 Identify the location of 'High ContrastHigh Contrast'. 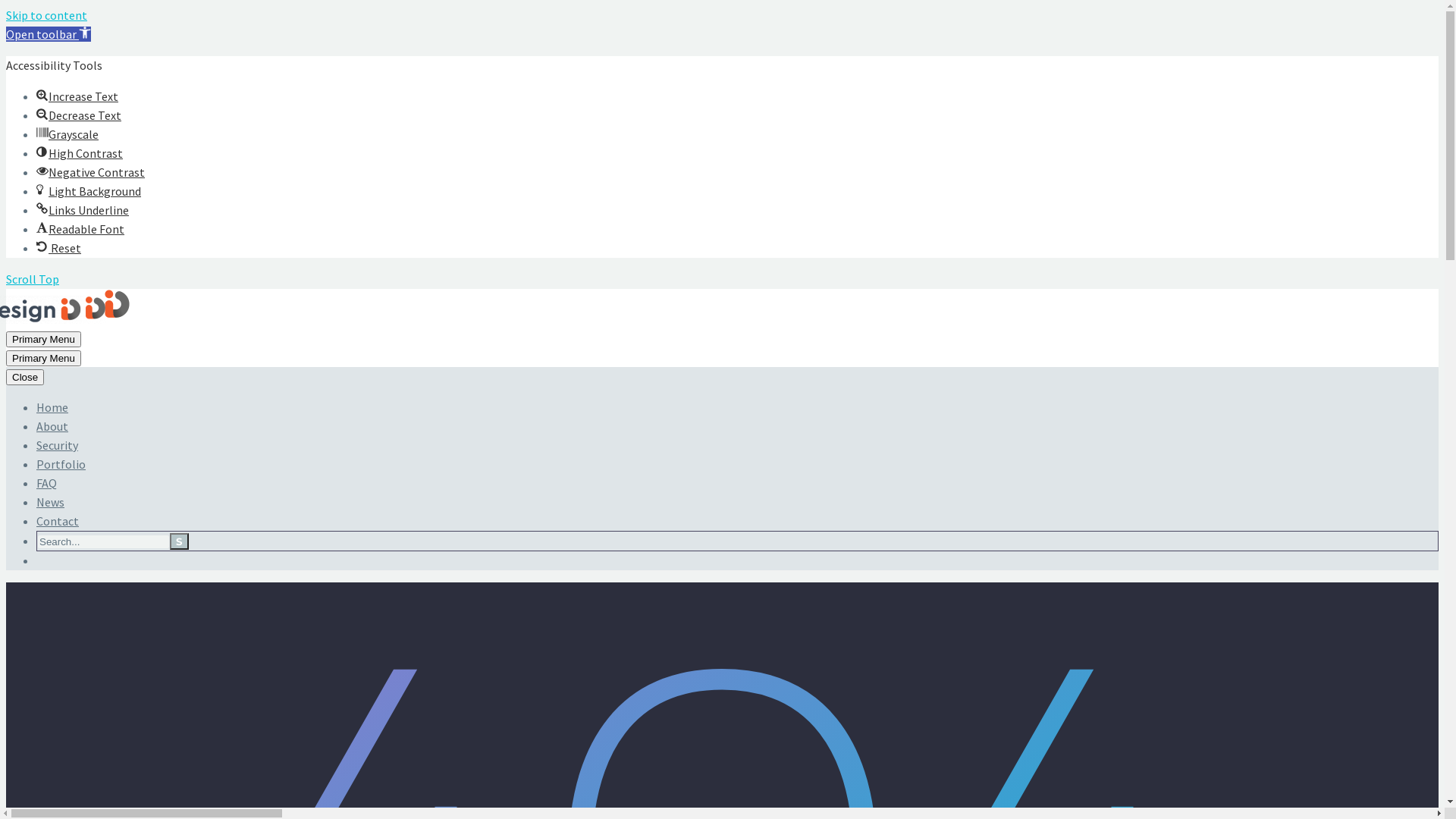
(79, 152).